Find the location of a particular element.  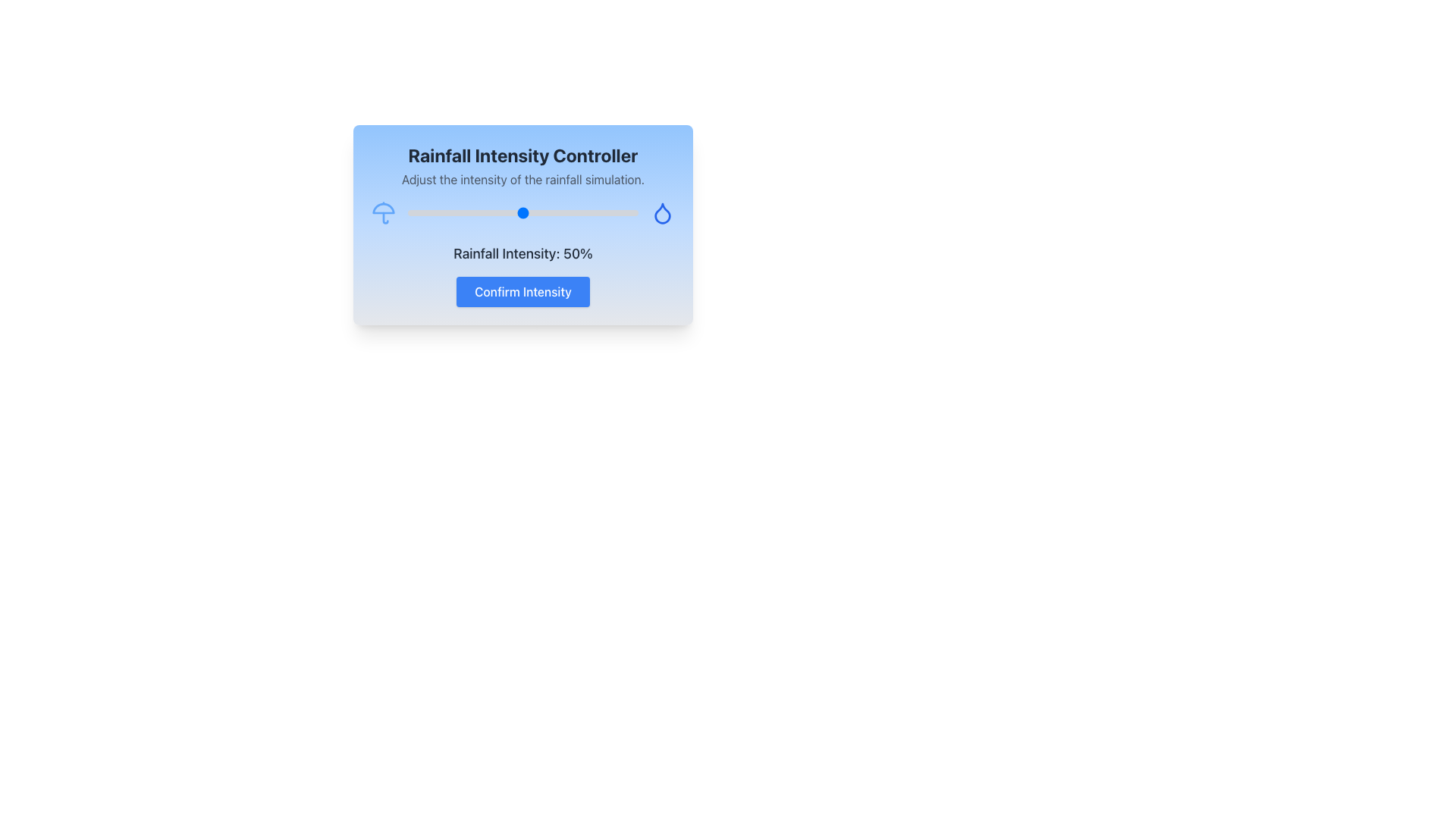

the rainfall intensity is located at coordinates (613, 213).